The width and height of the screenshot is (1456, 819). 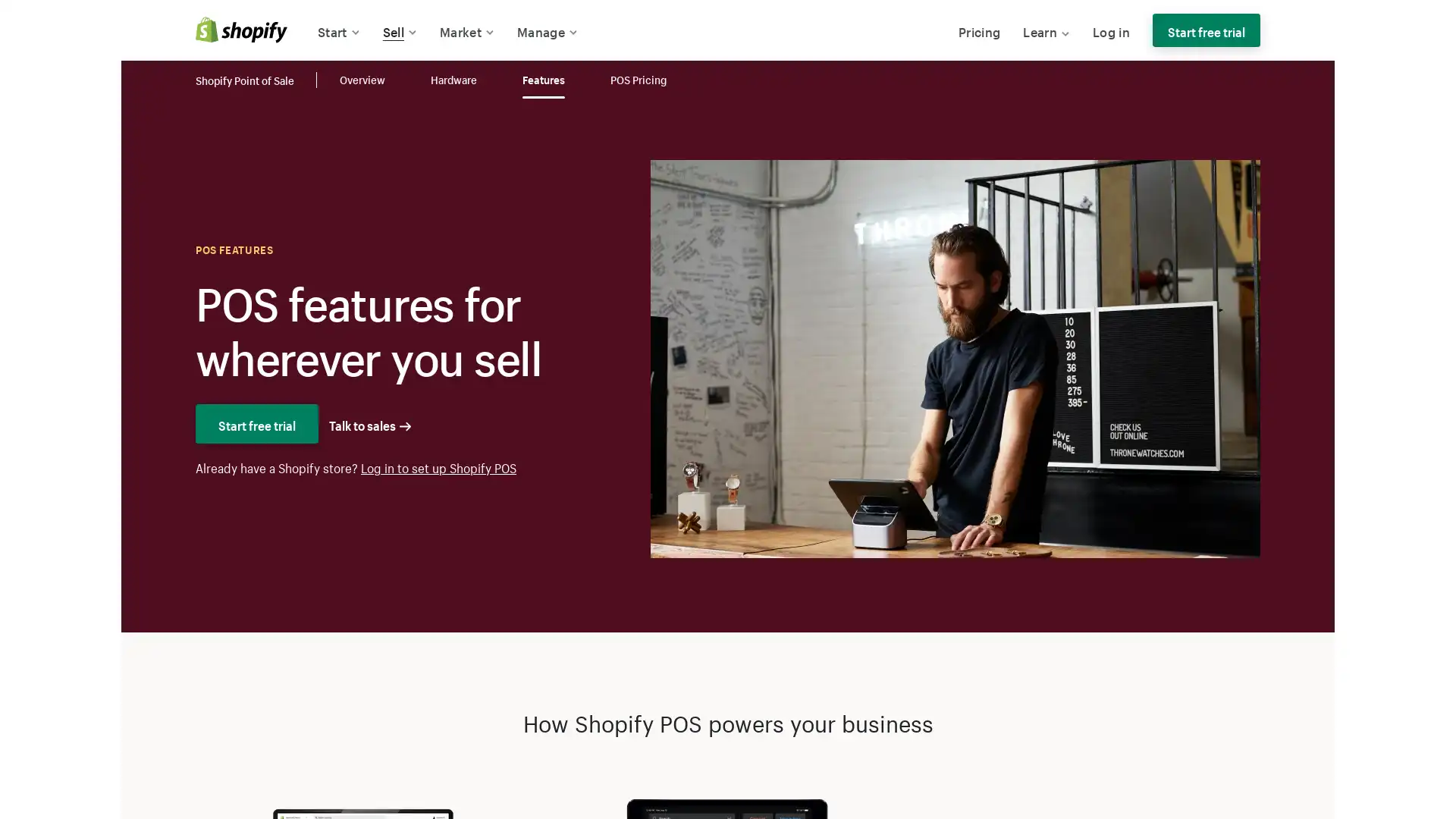 What do you see at coordinates (1205, 30) in the screenshot?
I see `Start free trial` at bounding box center [1205, 30].